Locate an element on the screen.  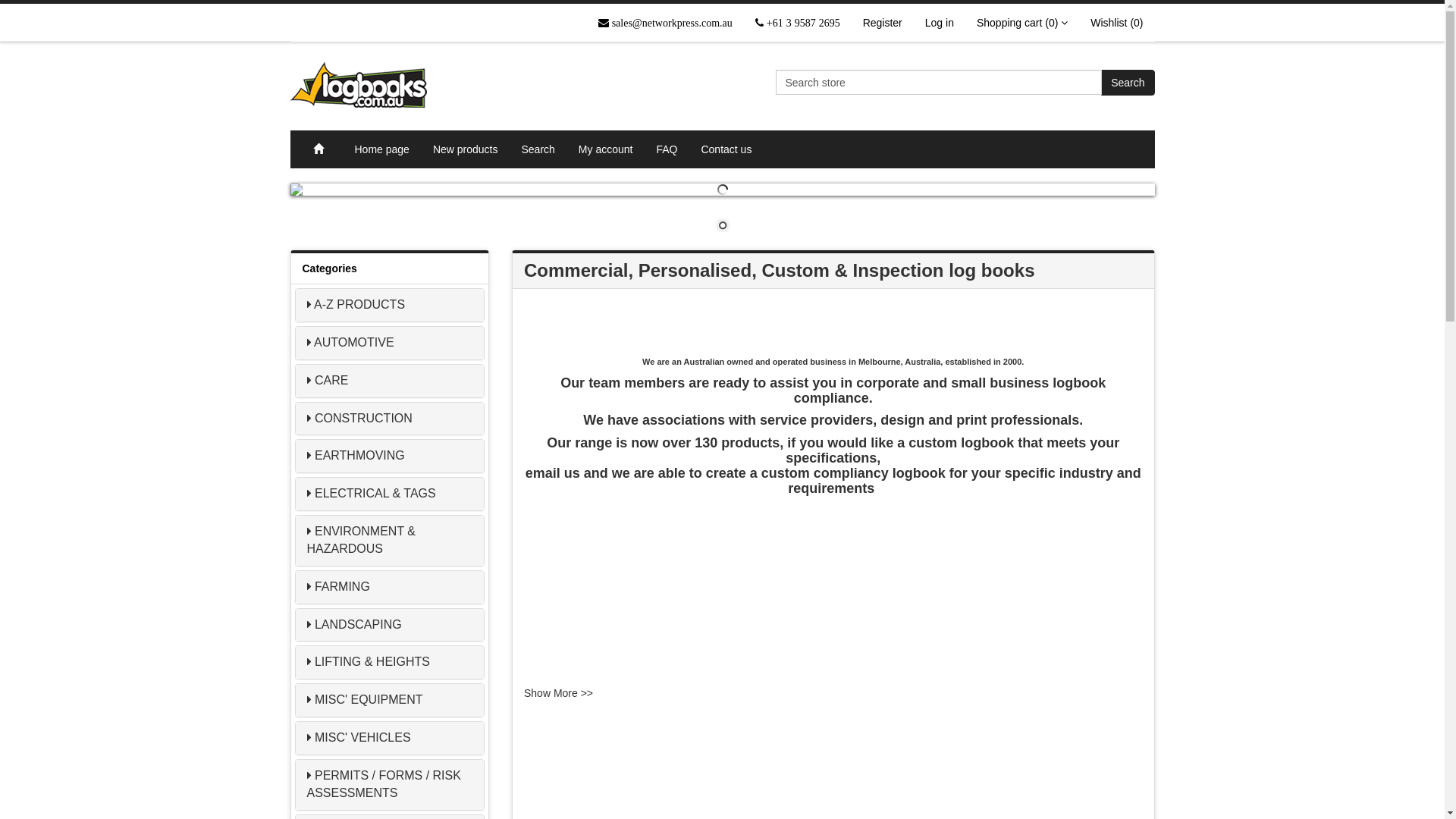
'EARTHMOVING' is located at coordinates (359, 454).